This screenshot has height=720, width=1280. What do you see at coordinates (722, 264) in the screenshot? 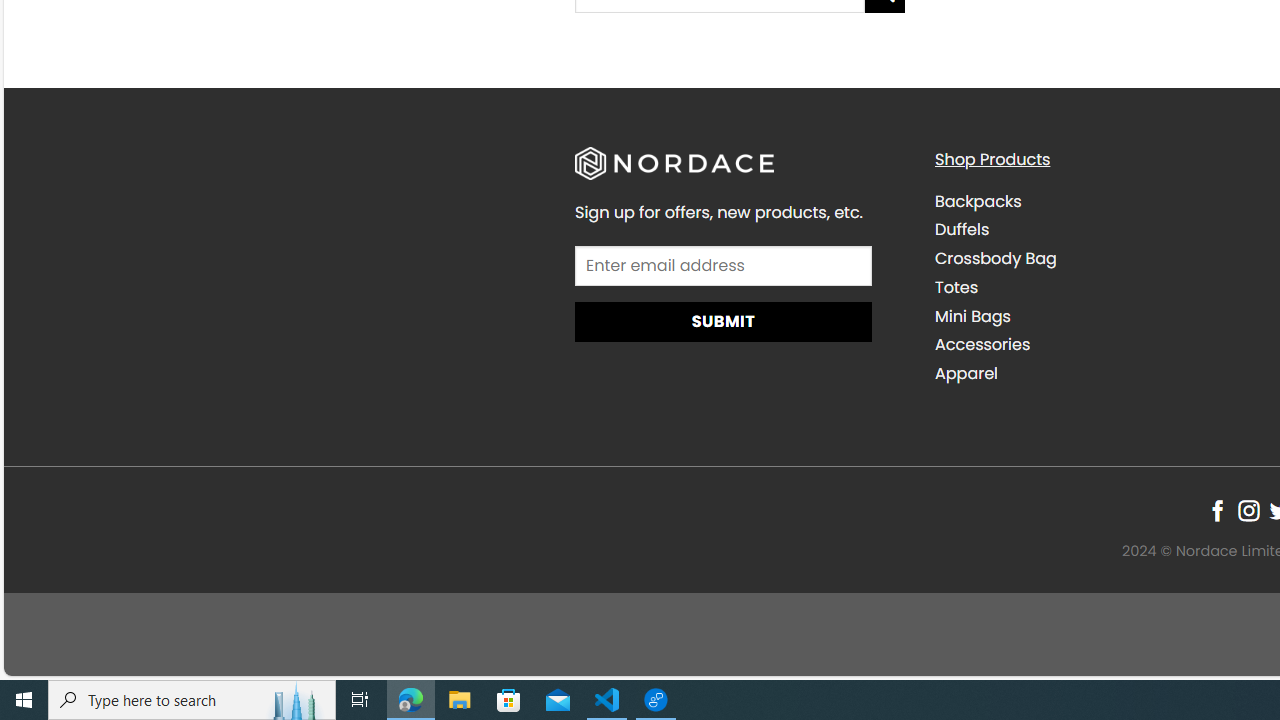
I see `'AutomationID: input_4_1'` at bounding box center [722, 264].